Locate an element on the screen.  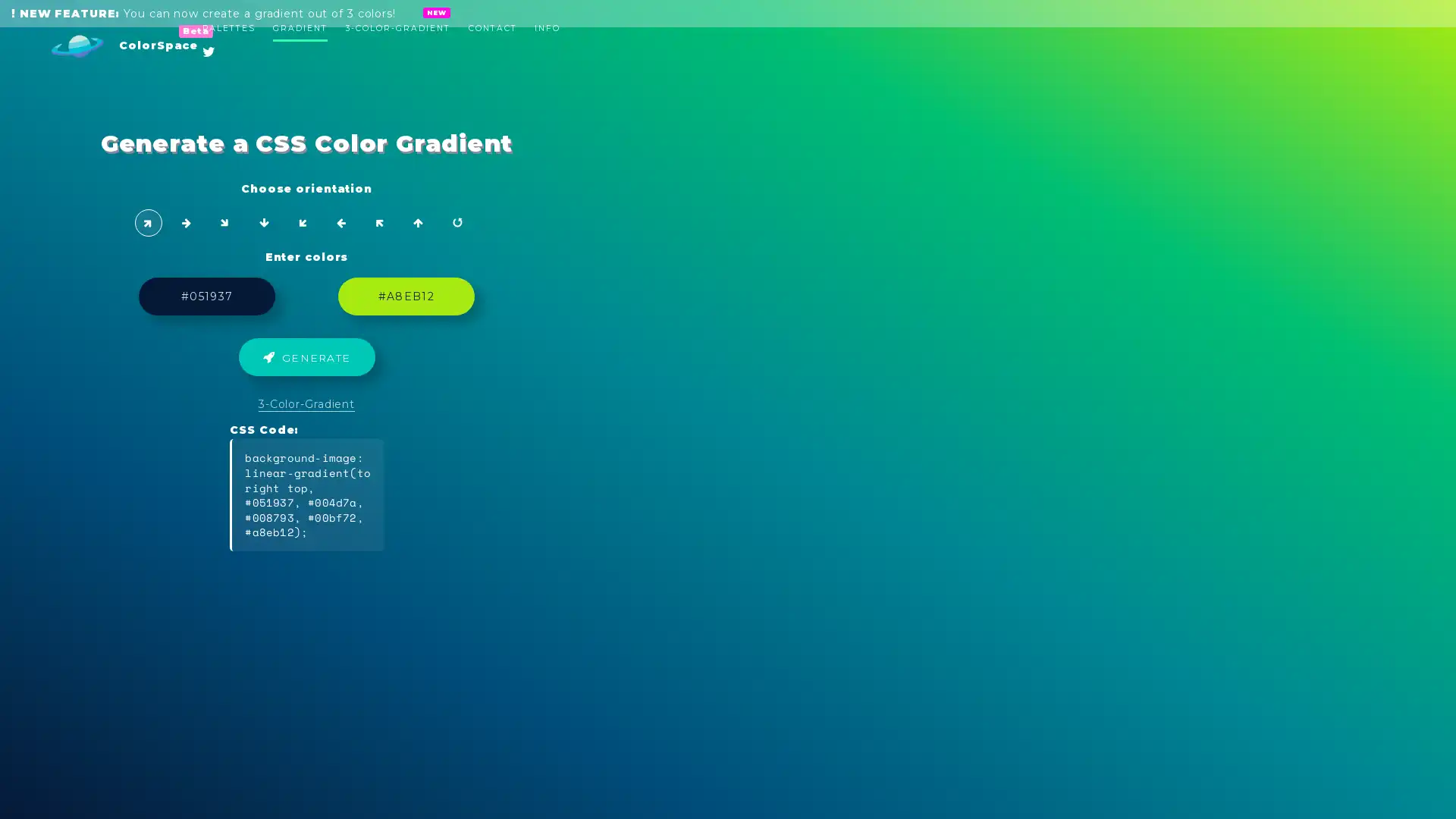
GENERATE is located at coordinates (728, 363).